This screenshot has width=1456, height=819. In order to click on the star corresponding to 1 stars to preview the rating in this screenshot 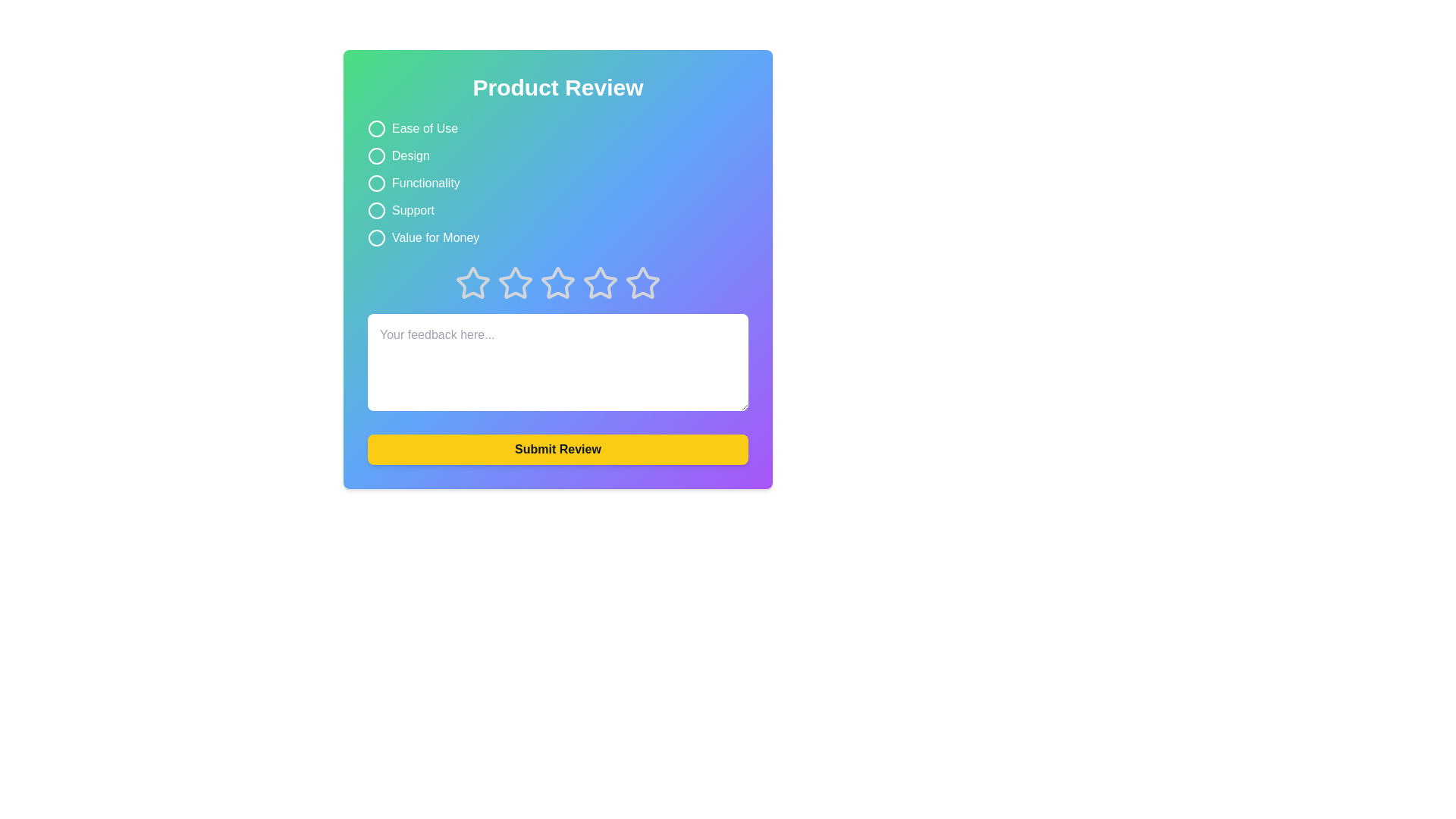, I will do `click(472, 284)`.